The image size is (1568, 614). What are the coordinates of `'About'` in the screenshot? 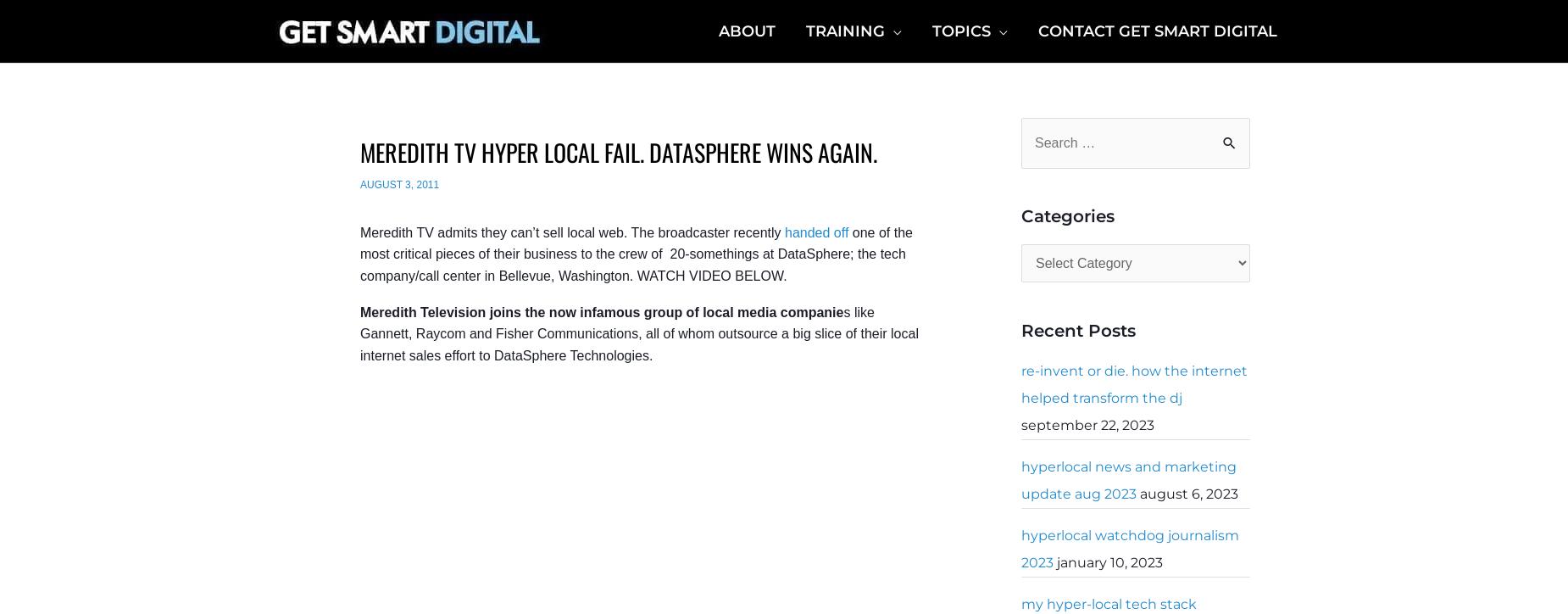 It's located at (719, 31).